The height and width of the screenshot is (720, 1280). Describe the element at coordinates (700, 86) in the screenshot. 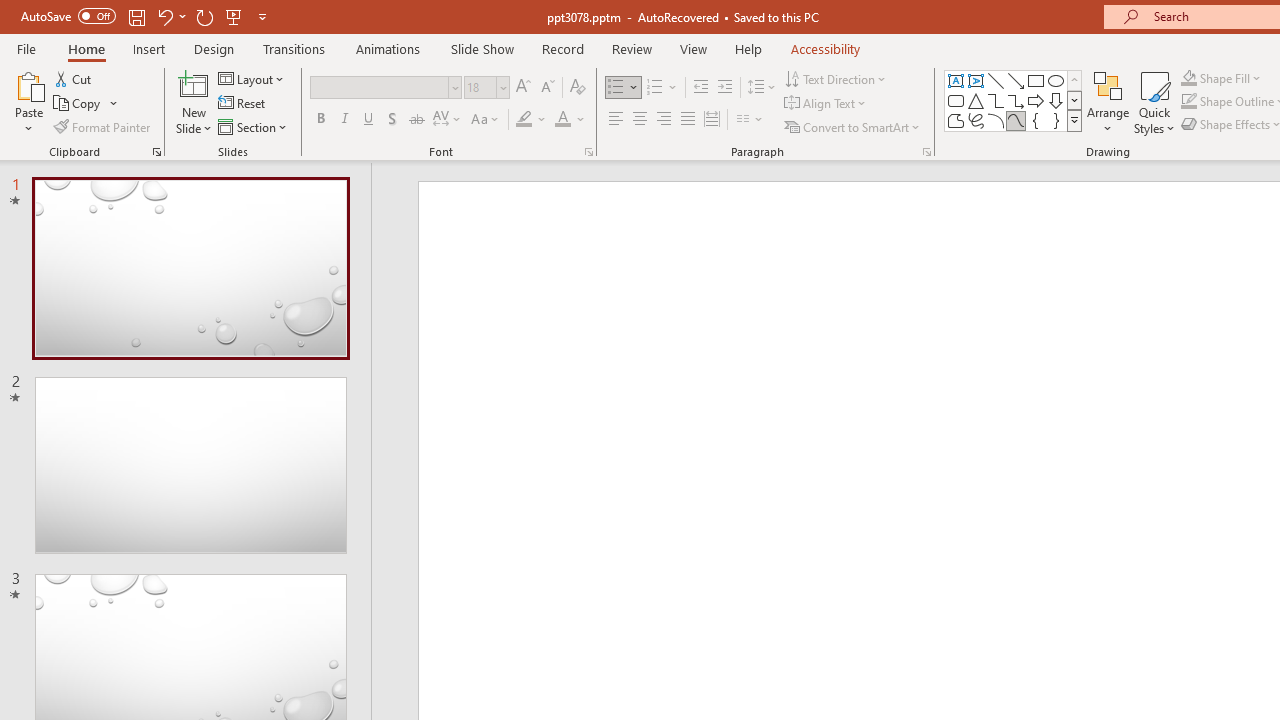

I see `'Decrease Indent'` at that location.